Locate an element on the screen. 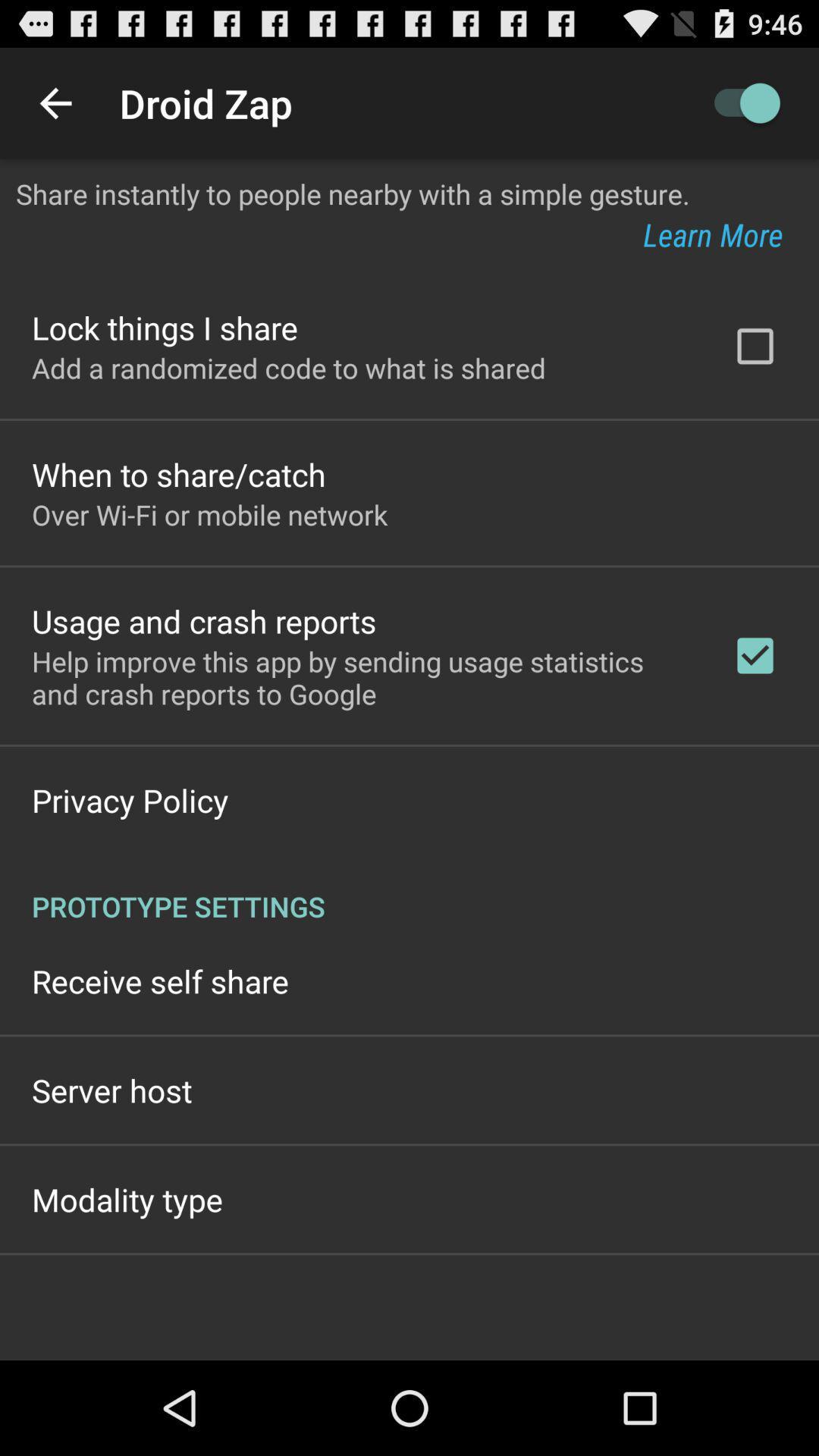 This screenshot has height=1456, width=819. over wi fi item is located at coordinates (209, 514).